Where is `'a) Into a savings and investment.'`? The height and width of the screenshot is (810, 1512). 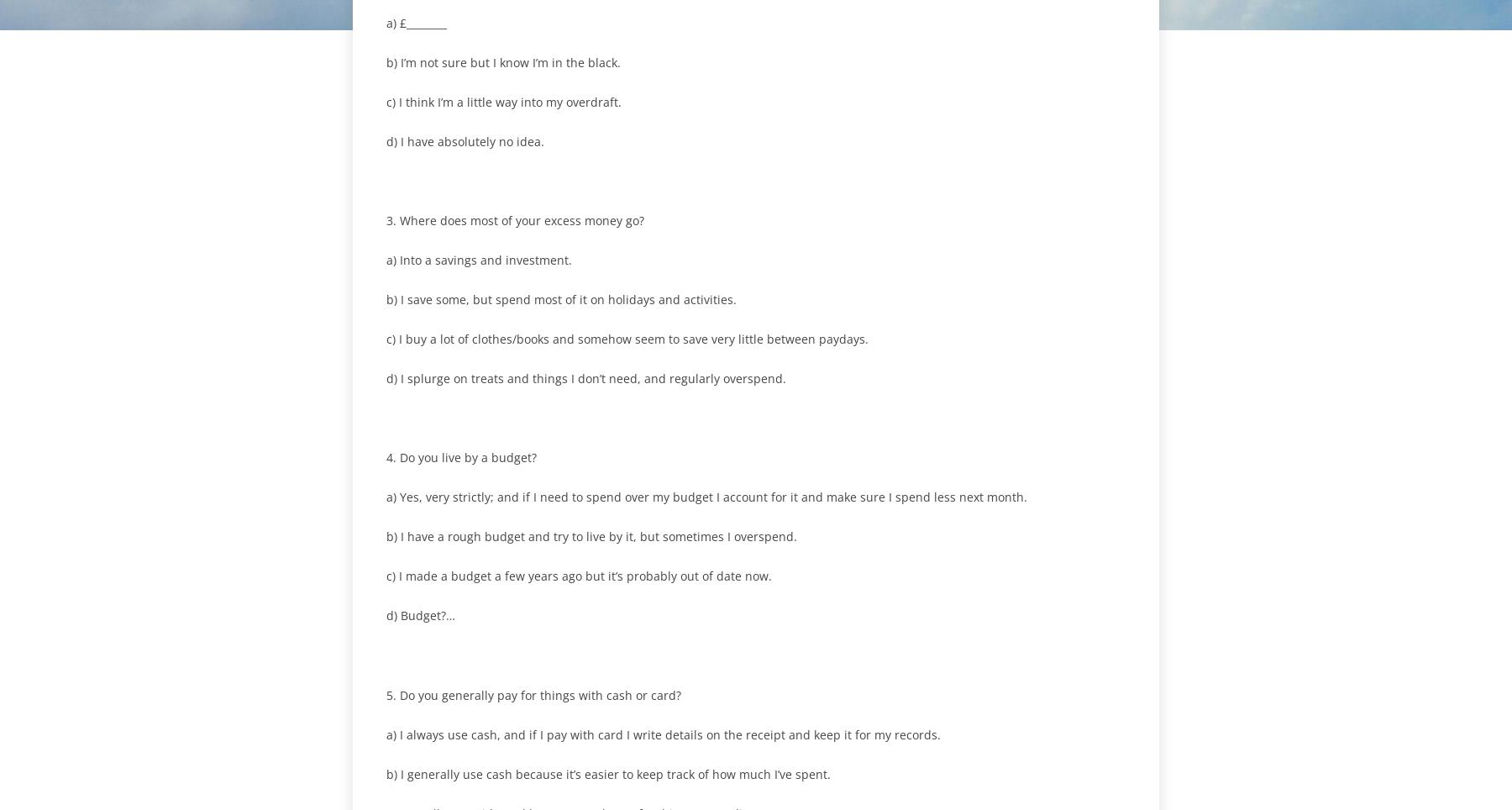
'a) Into a savings and investment.' is located at coordinates (479, 260).